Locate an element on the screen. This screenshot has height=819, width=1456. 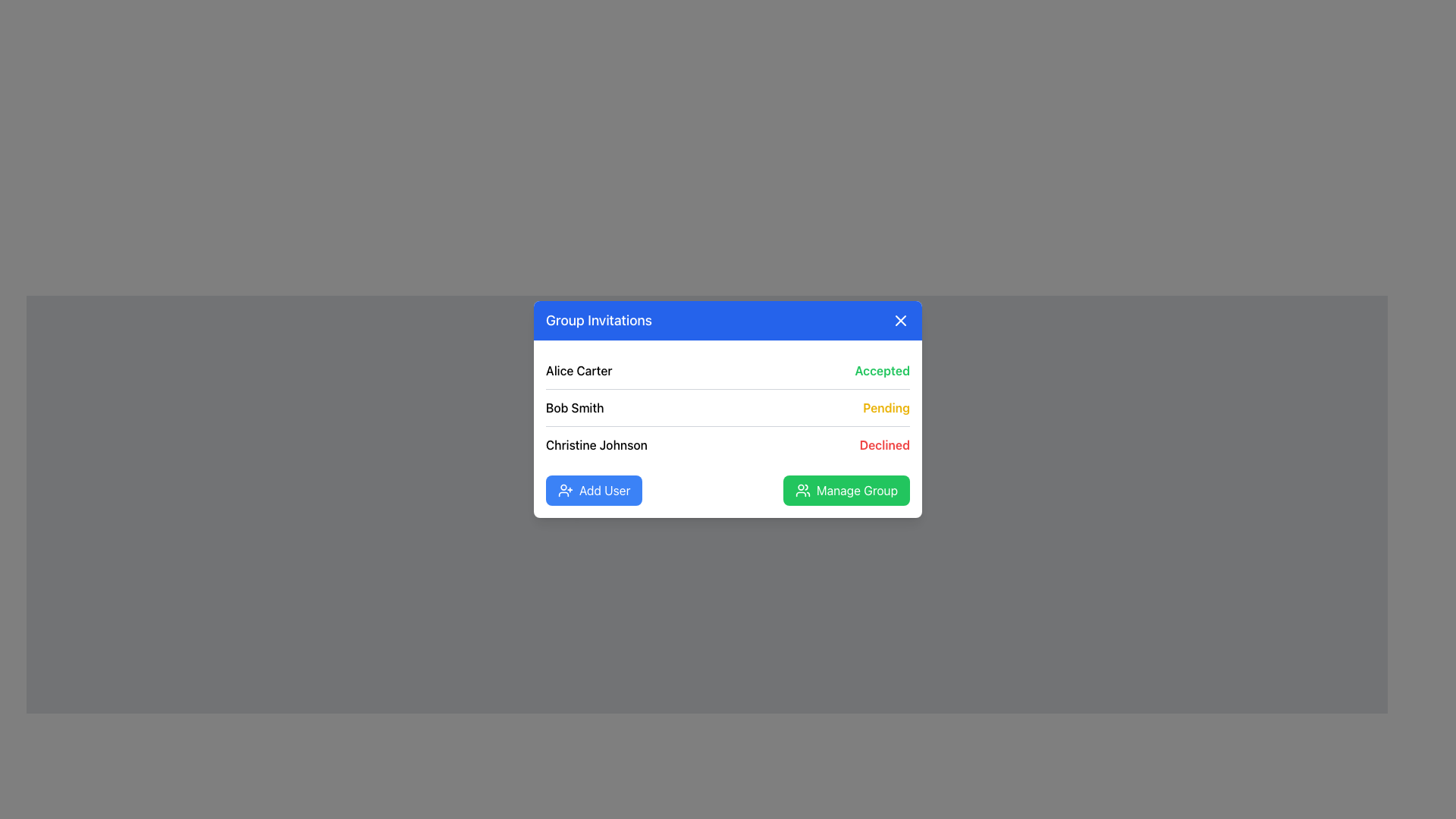
the text label displaying 'Alice Carter' in the 'Group Invitations' card, which is the first row entry and aligned to the left is located at coordinates (578, 371).